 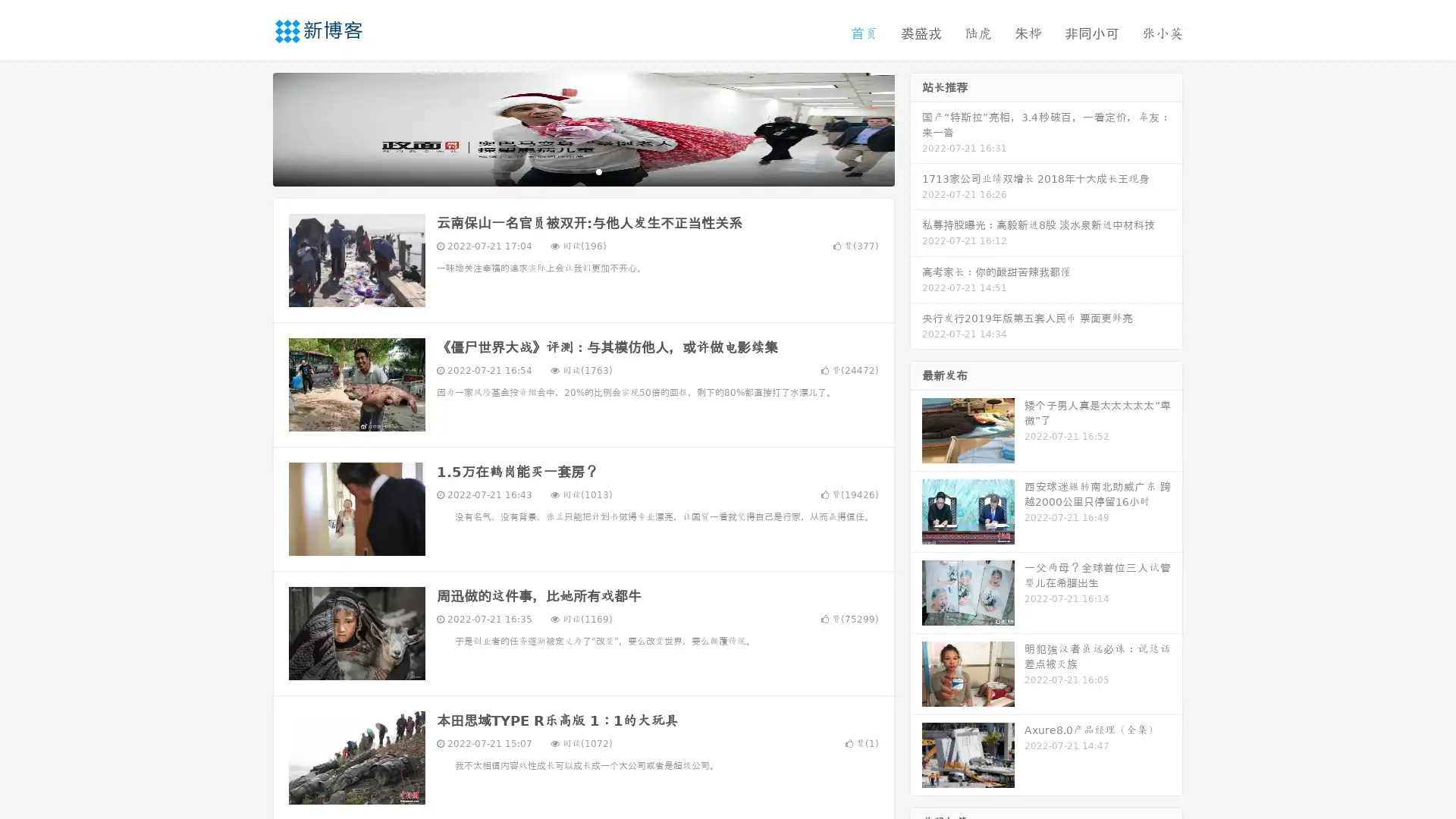 What do you see at coordinates (598, 171) in the screenshot?
I see `Go to slide 3` at bounding box center [598, 171].